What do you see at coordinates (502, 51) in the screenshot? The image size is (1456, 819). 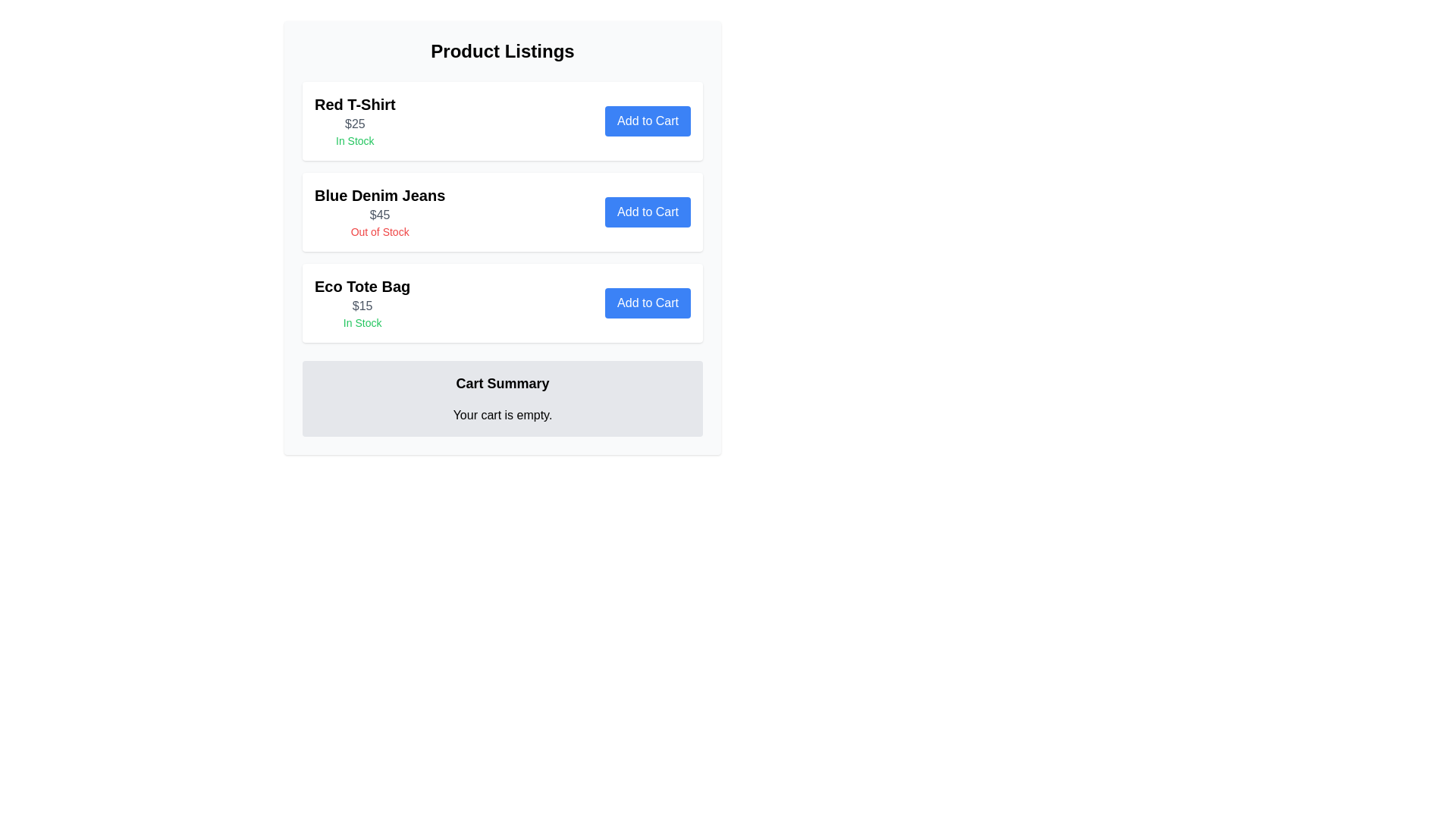 I see `the bold heading text 'Product Listings' located at the top of the content section, which is visually distinct due to its large size and bold styling` at bounding box center [502, 51].